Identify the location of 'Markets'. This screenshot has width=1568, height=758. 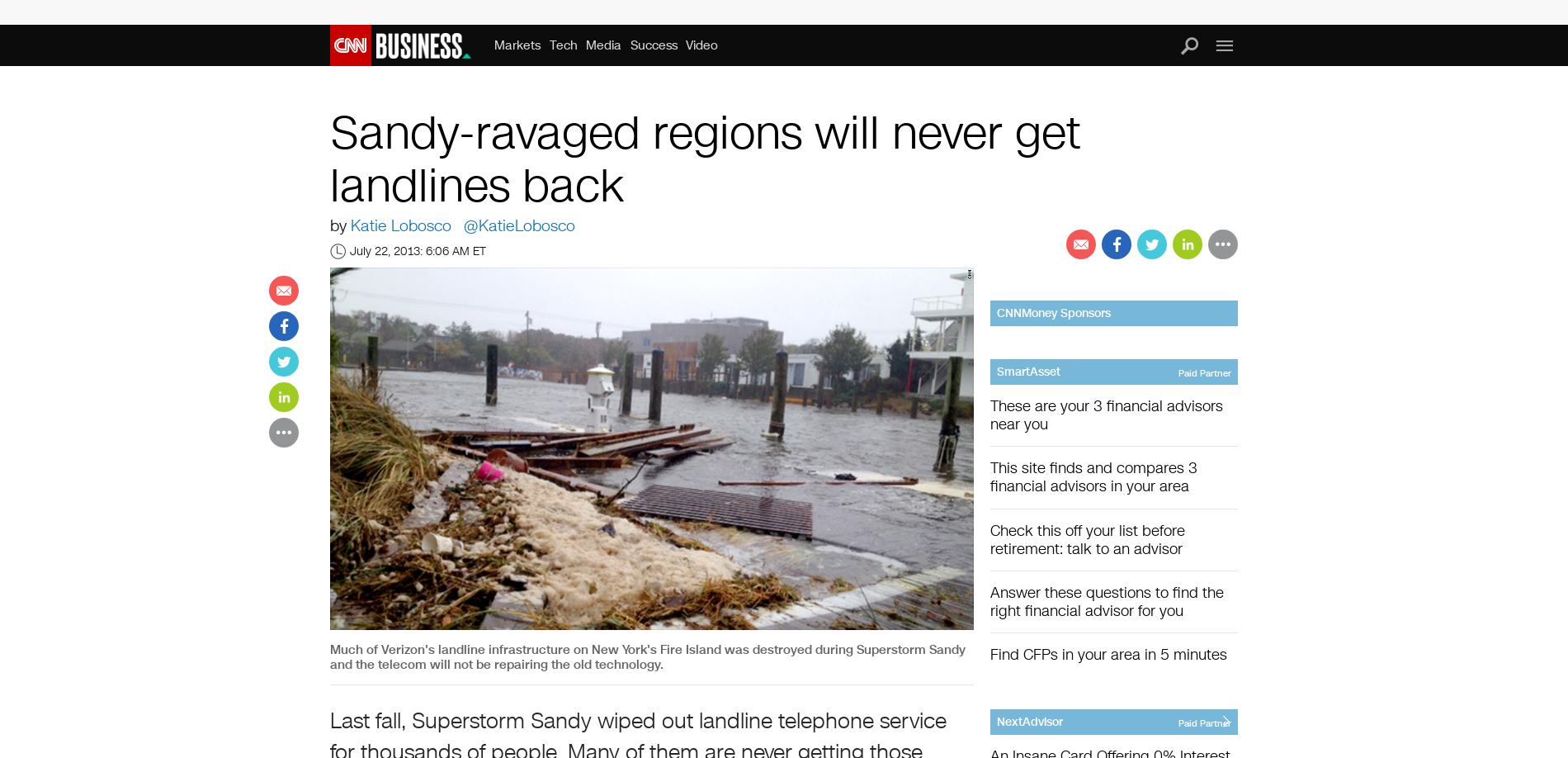
(517, 44).